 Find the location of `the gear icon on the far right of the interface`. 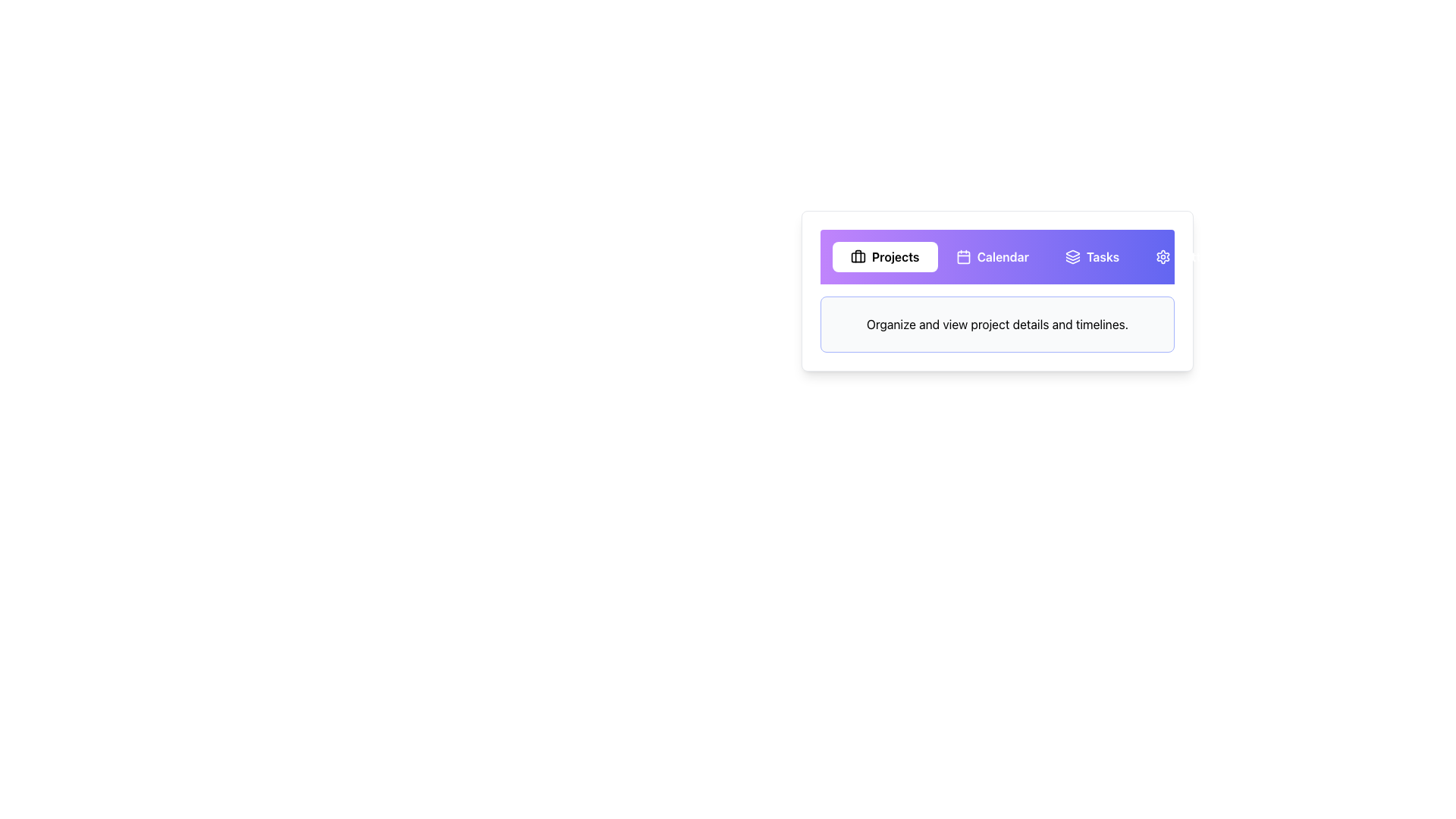

the gear icon on the far right of the interface is located at coordinates (1163, 256).